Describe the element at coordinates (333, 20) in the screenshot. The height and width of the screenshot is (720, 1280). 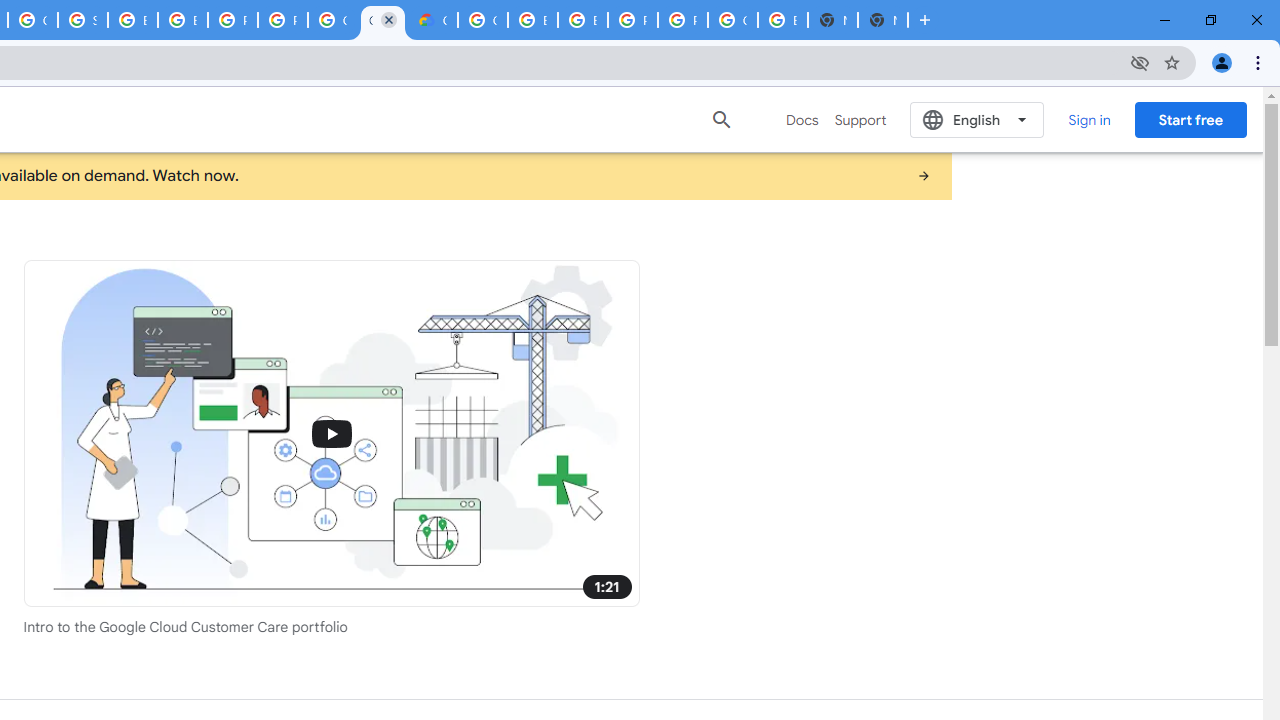
I see `'Google Cloud Platform'` at that location.